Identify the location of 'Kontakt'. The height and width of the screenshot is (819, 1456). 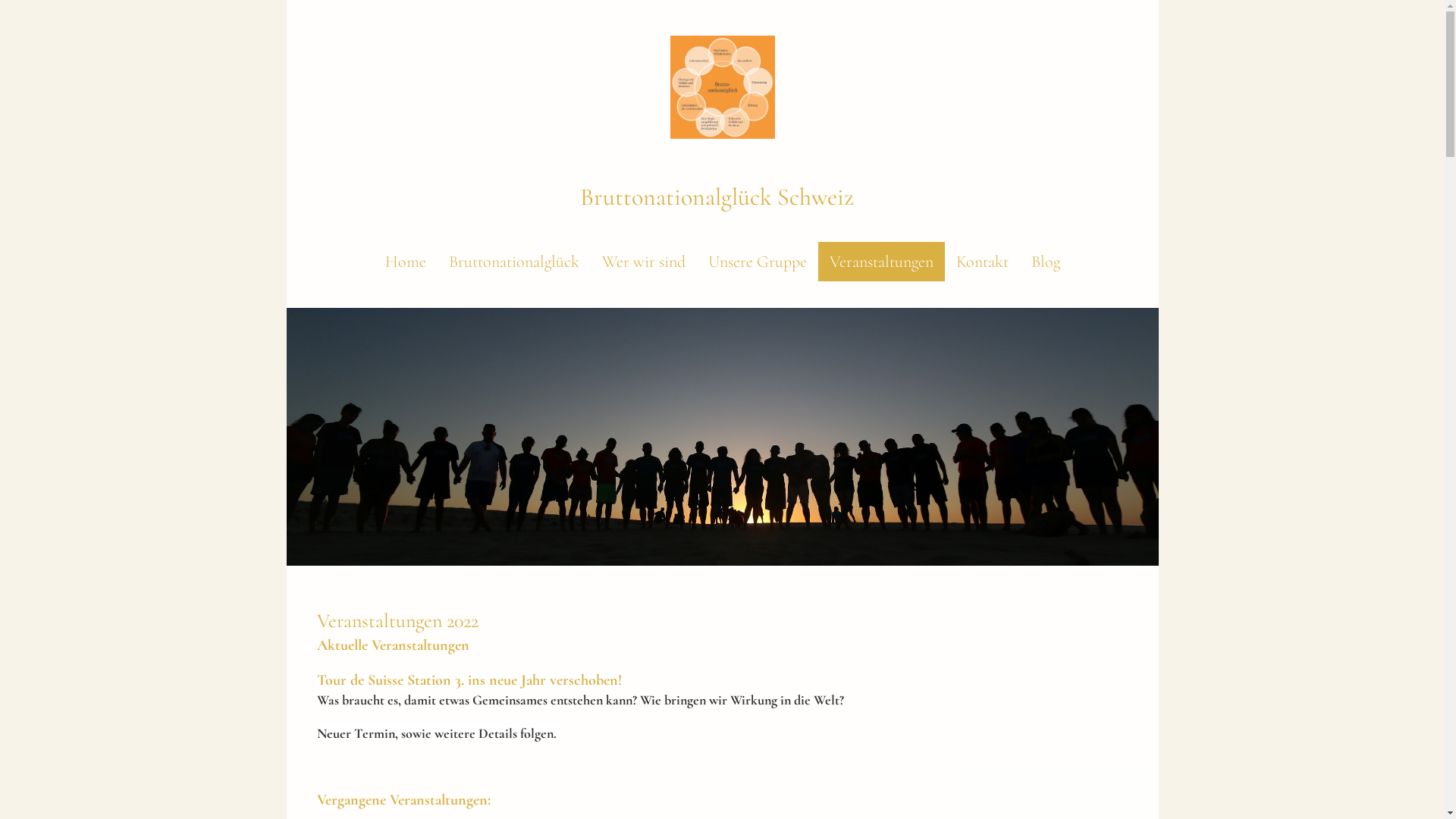
(982, 260).